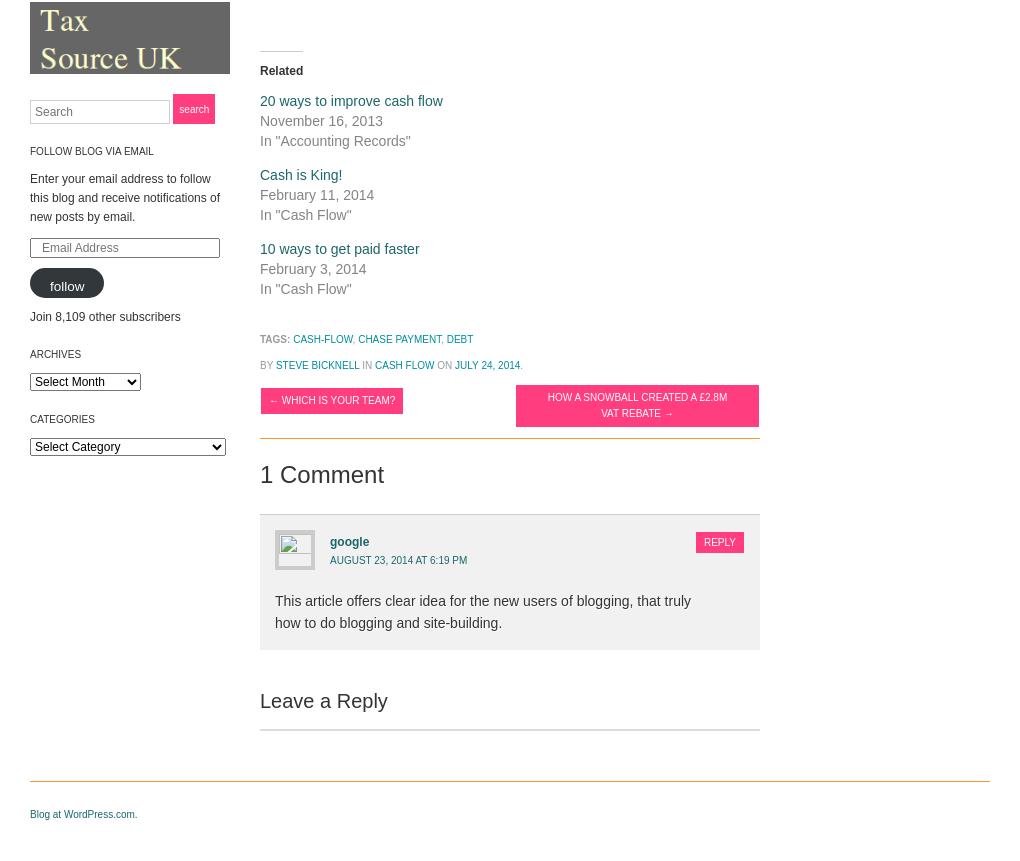 Image resolution: width=1020 pixels, height=861 pixels. Describe the element at coordinates (123, 197) in the screenshot. I see `'Enter your email address to follow this blog and receive notifications of new posts by email.'` at that location.